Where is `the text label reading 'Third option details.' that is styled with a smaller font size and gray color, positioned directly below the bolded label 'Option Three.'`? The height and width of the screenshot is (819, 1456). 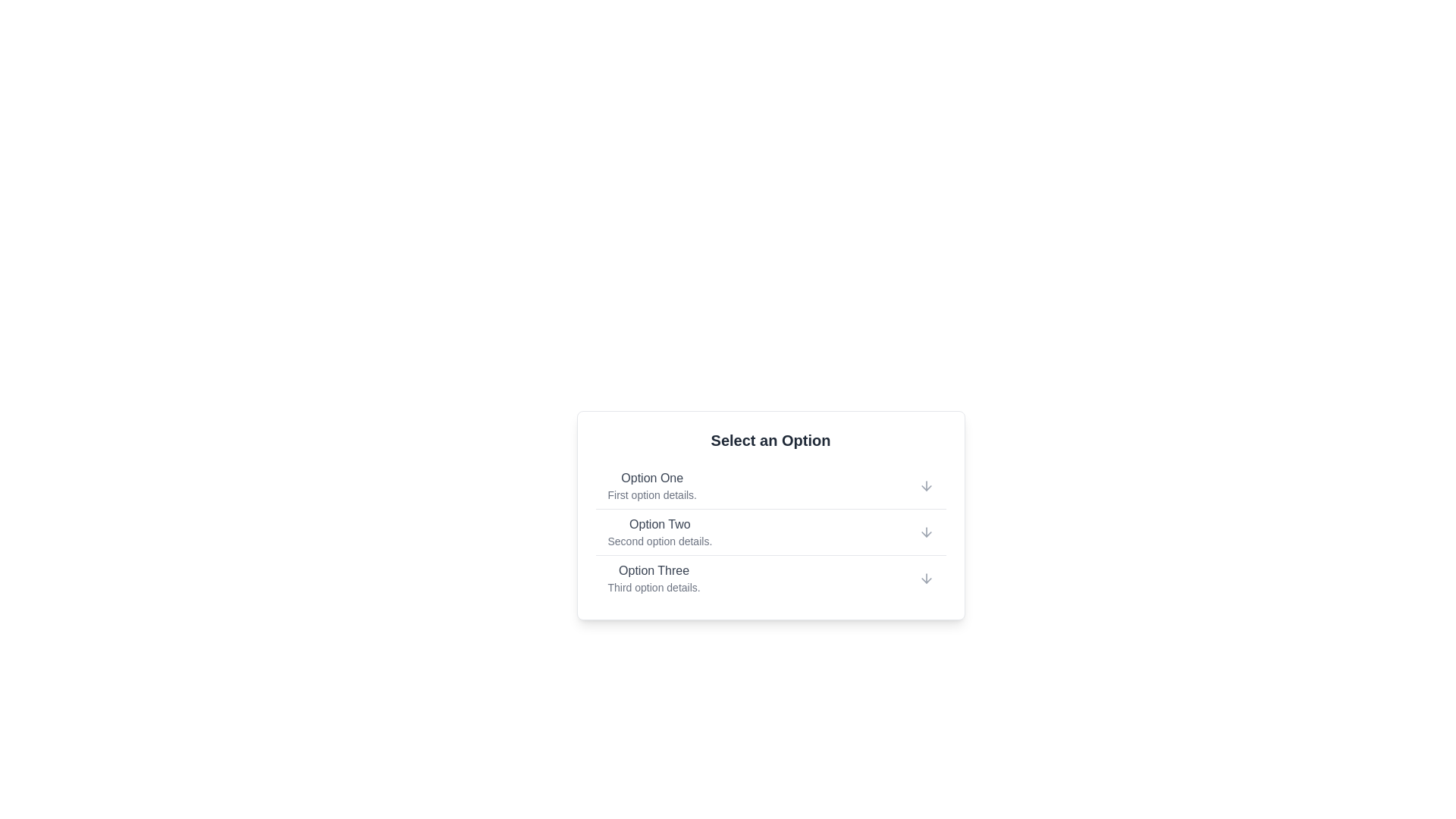 the text label reading 'Third option details.' that is styled with a smaller font size and gray color, positioned directly below the bolded label 'Option Three.' is located at coordinates (654, 587).